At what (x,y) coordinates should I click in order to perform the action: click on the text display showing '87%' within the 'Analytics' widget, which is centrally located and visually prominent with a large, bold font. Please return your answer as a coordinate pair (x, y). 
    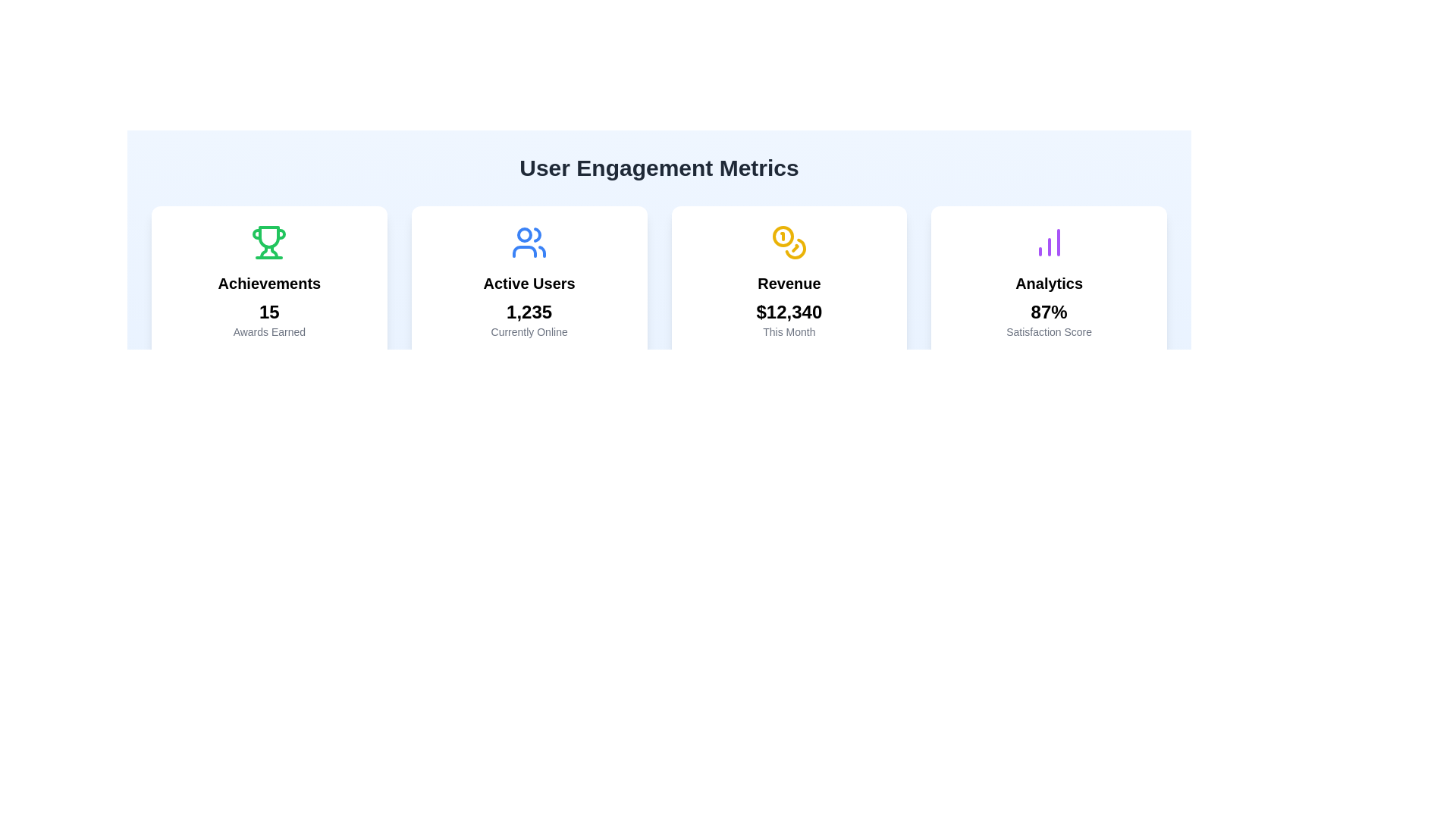
    Looking at the image, I should click on (1048, 312).